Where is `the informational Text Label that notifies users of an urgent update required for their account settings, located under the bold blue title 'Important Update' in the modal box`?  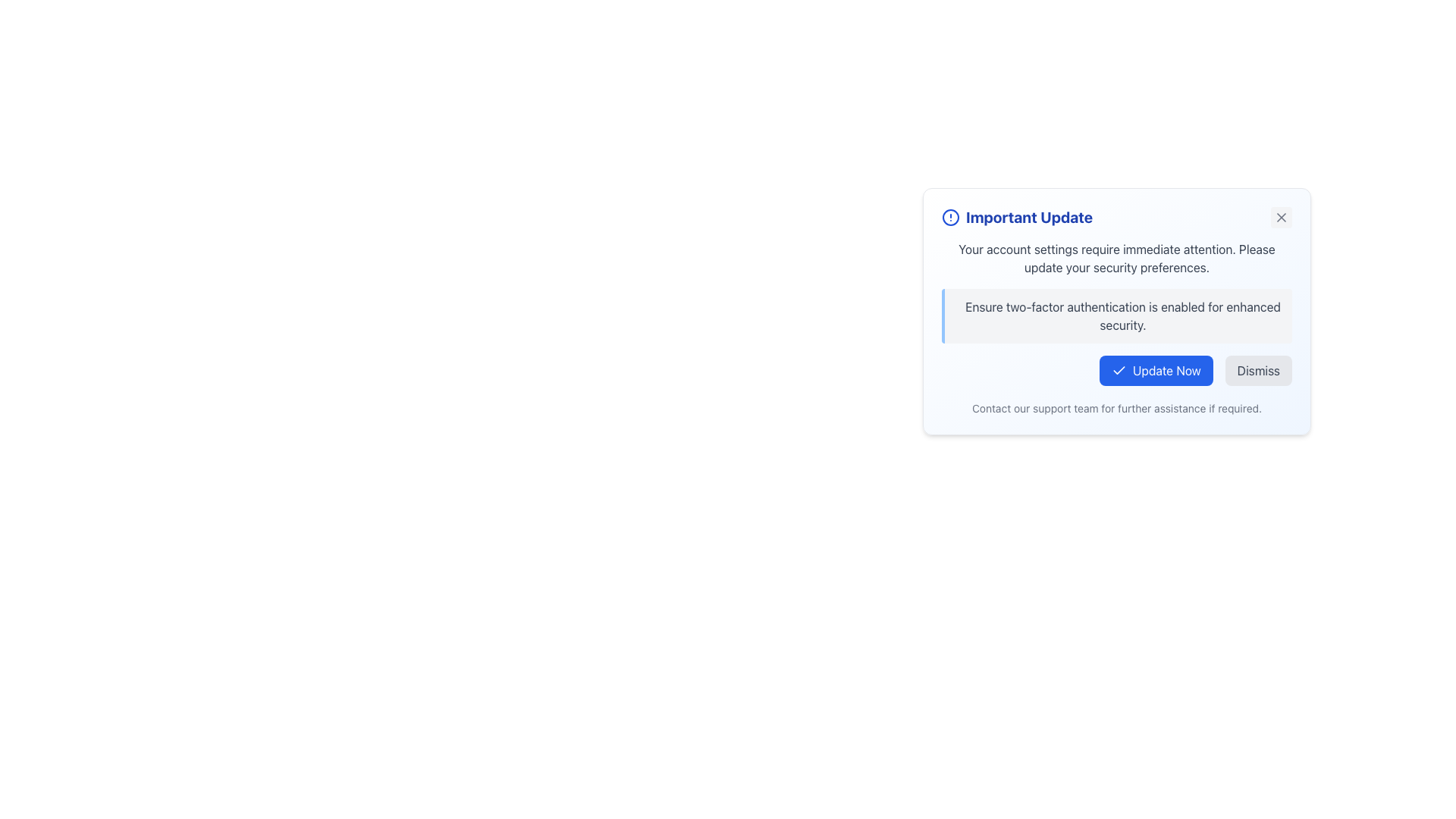
the informational Text Label that notifies users of an urgent update required for their account settings, located under the bold blue title 'Important Update' in the modal box is located at coordinates (1117, 257).